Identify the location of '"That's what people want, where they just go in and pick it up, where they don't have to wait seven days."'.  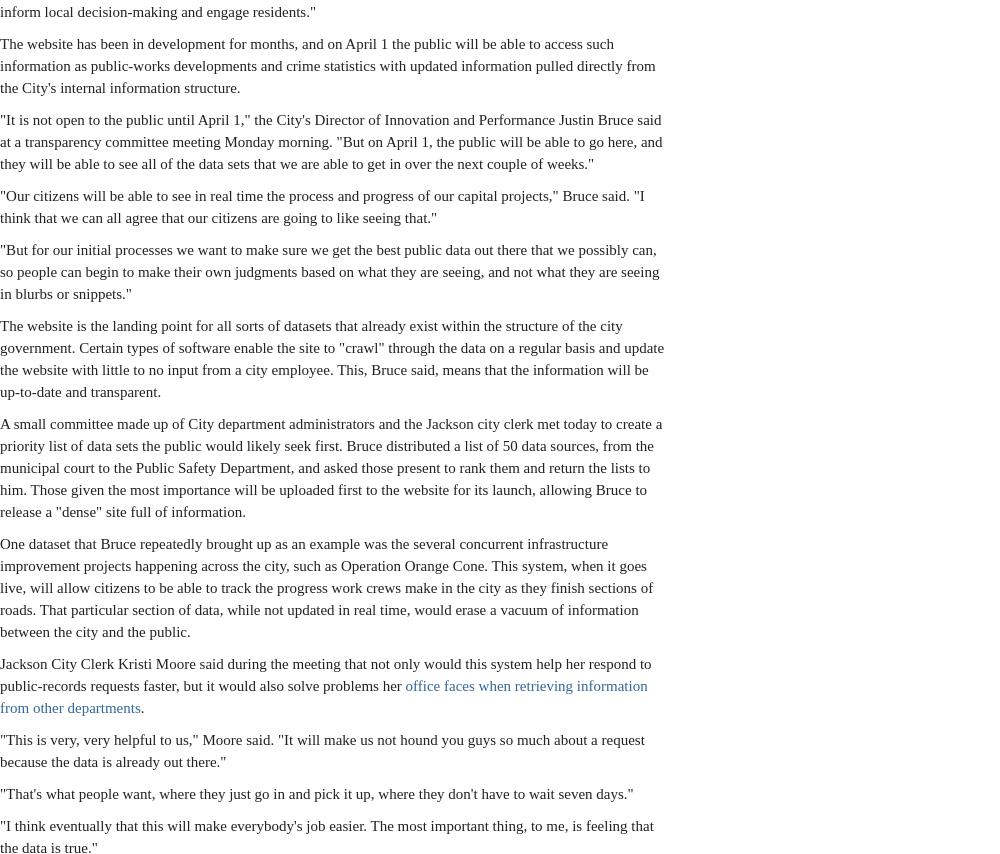
(315, 793).